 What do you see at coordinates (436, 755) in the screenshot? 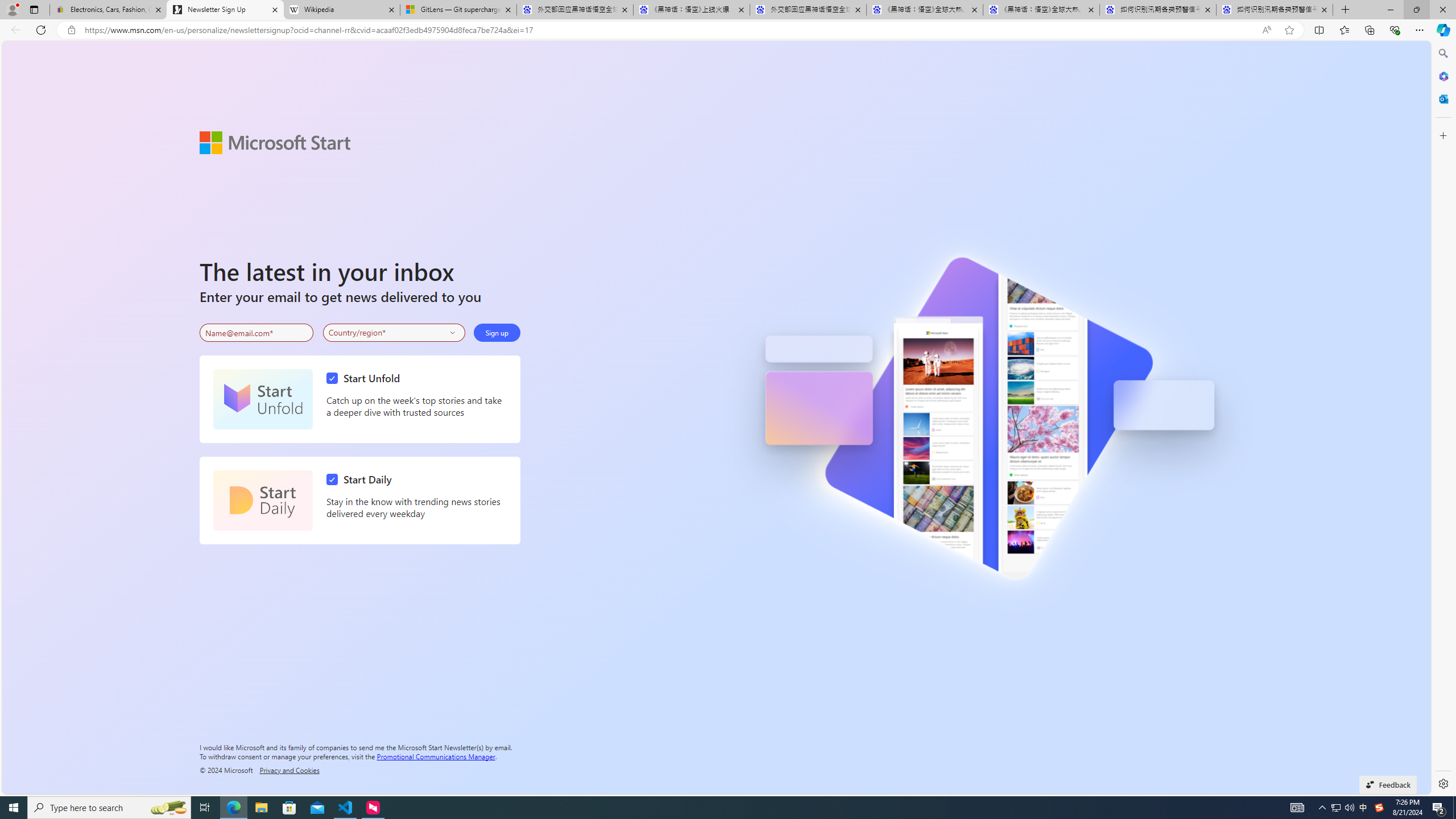
I see `'Promotional Communications Manager'` at bounding box center [436, 755].